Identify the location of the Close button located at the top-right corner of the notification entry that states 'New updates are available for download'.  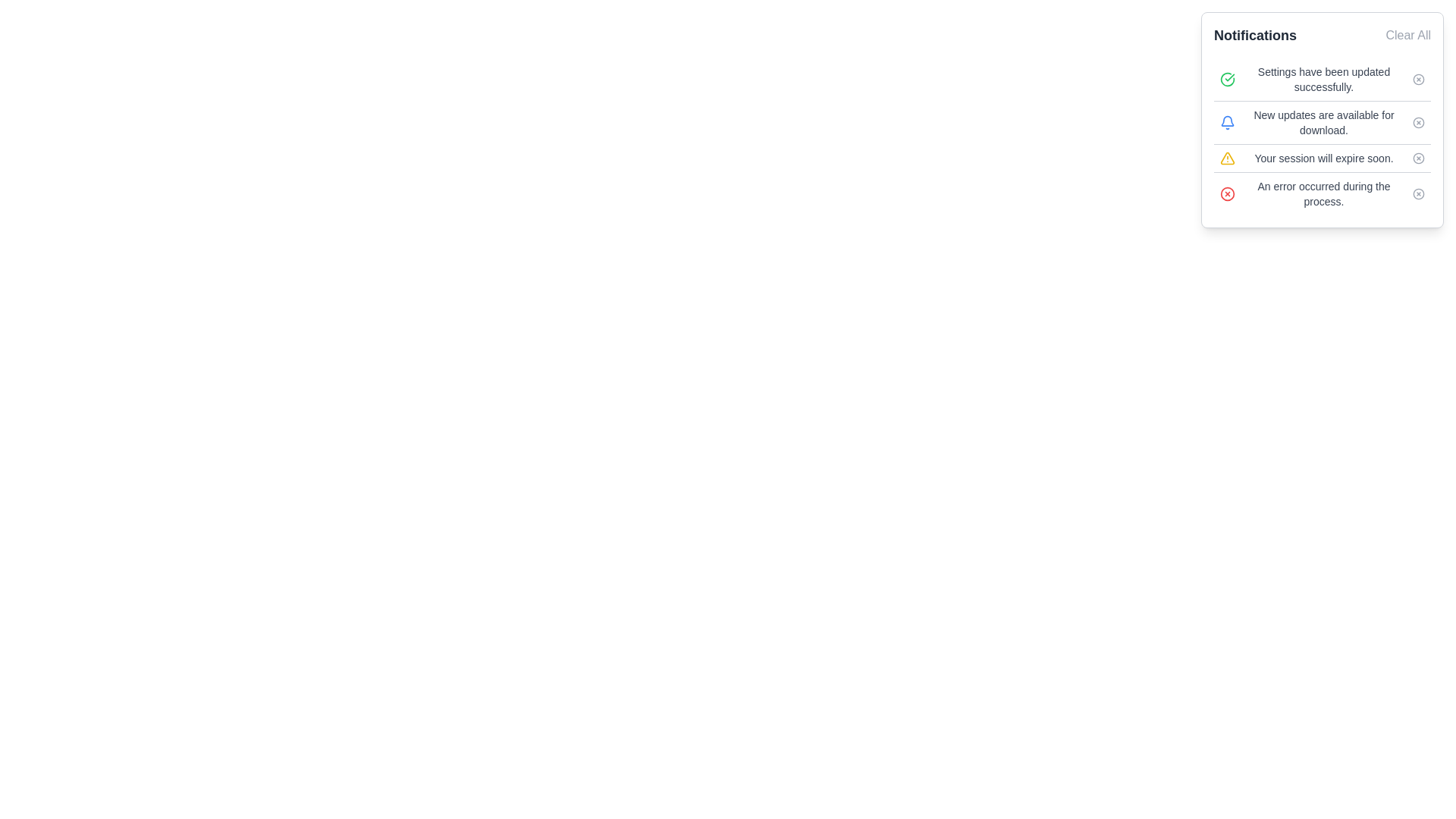
(1418, 122).